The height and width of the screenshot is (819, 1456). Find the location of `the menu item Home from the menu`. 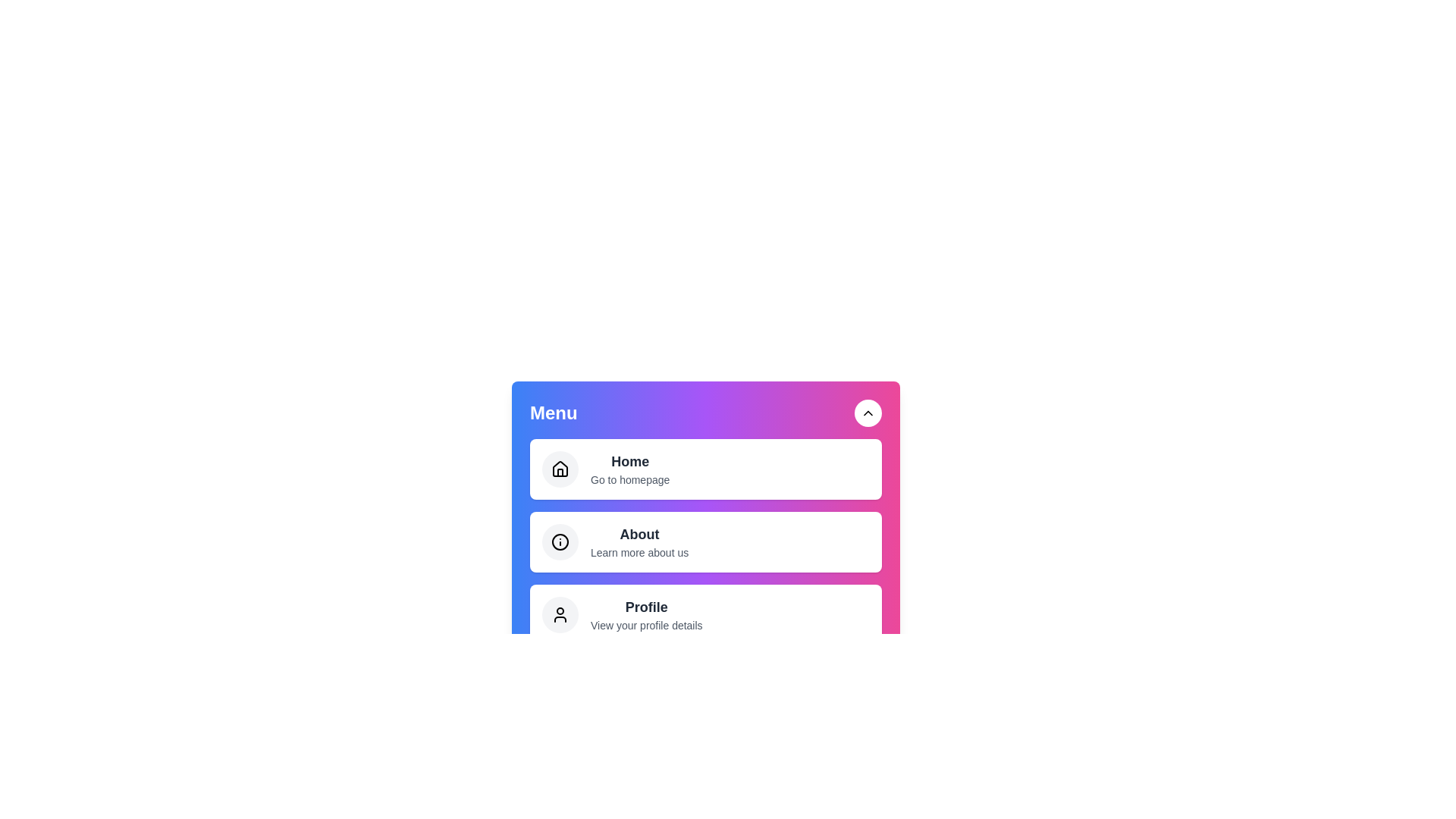

the menu item Home from the menu is located at coordinates (705, 468).